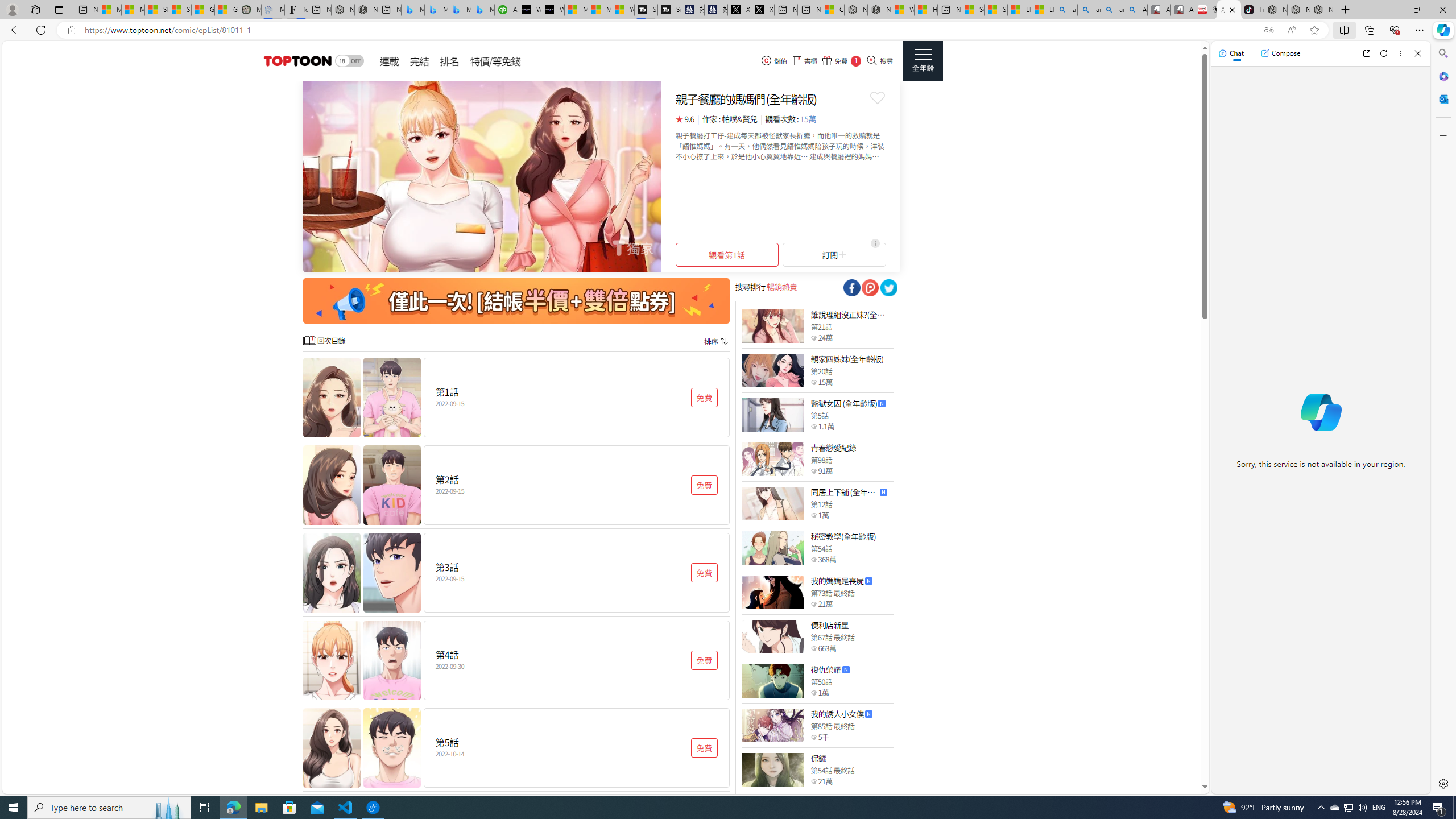 This screenshot has width=1456, height=819. I want to click on 'Outlook', so click(1442, 98).